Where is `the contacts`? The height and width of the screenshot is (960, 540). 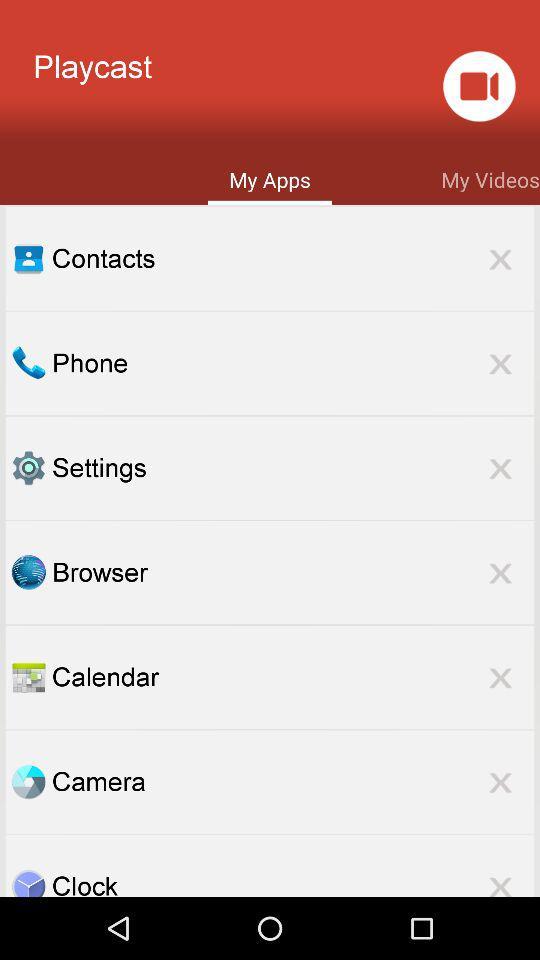
the contacts is located at coordinates (292, 257).